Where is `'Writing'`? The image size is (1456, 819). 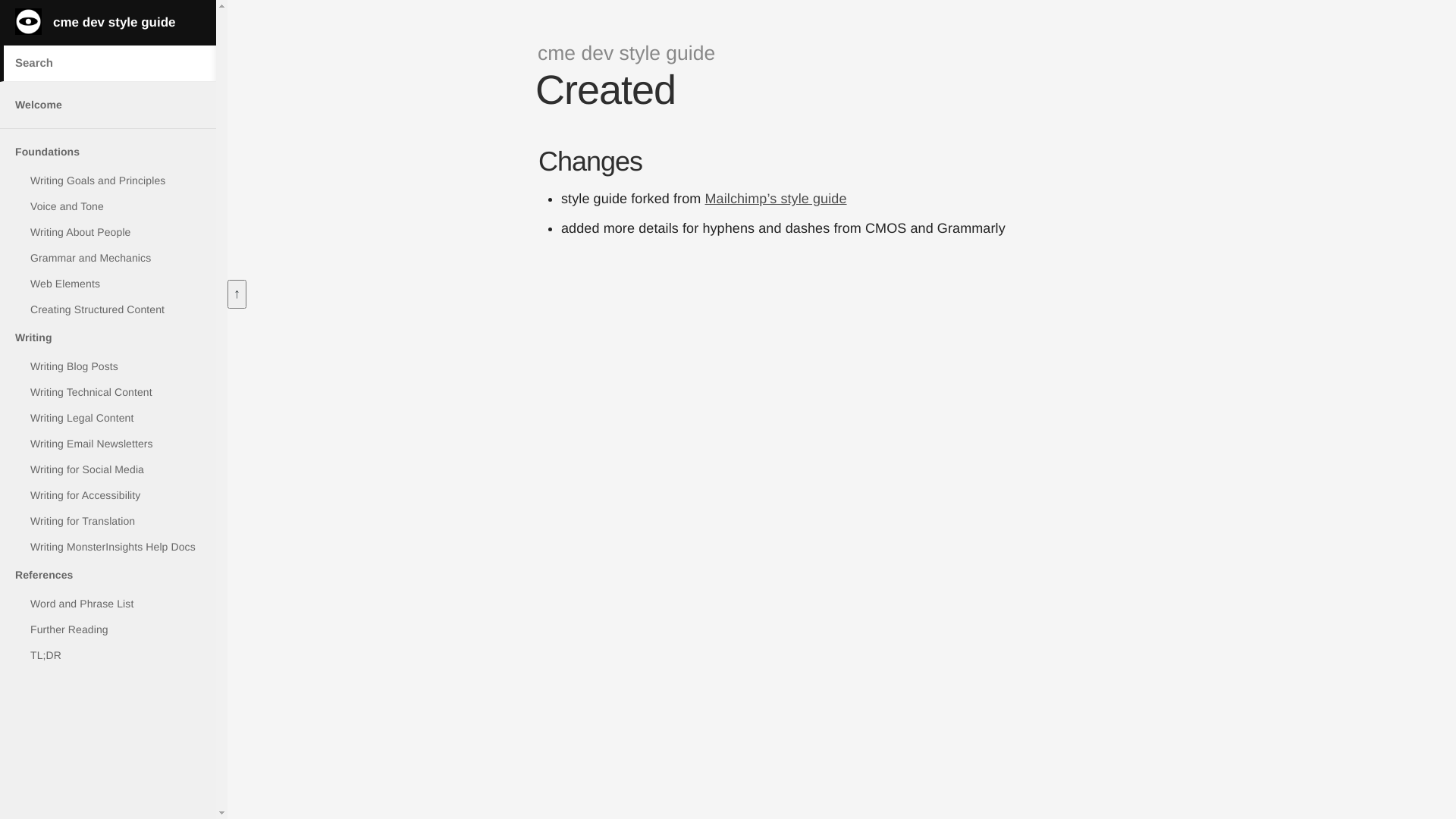 'Writing' is located at coordinates (107, 337).